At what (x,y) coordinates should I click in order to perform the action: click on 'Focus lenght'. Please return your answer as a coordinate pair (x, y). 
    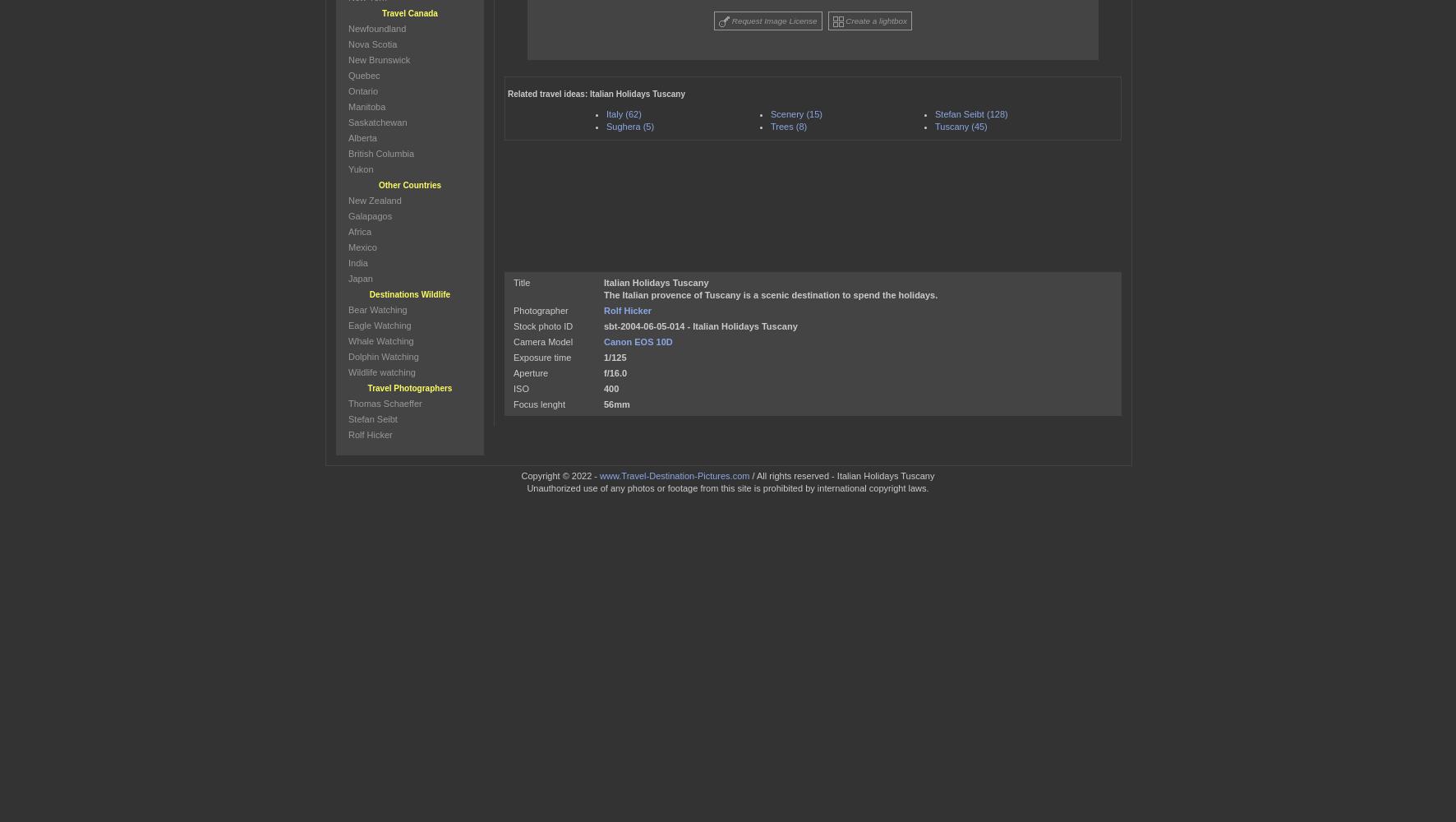
    Looking at the image, I should click on (538, 403).